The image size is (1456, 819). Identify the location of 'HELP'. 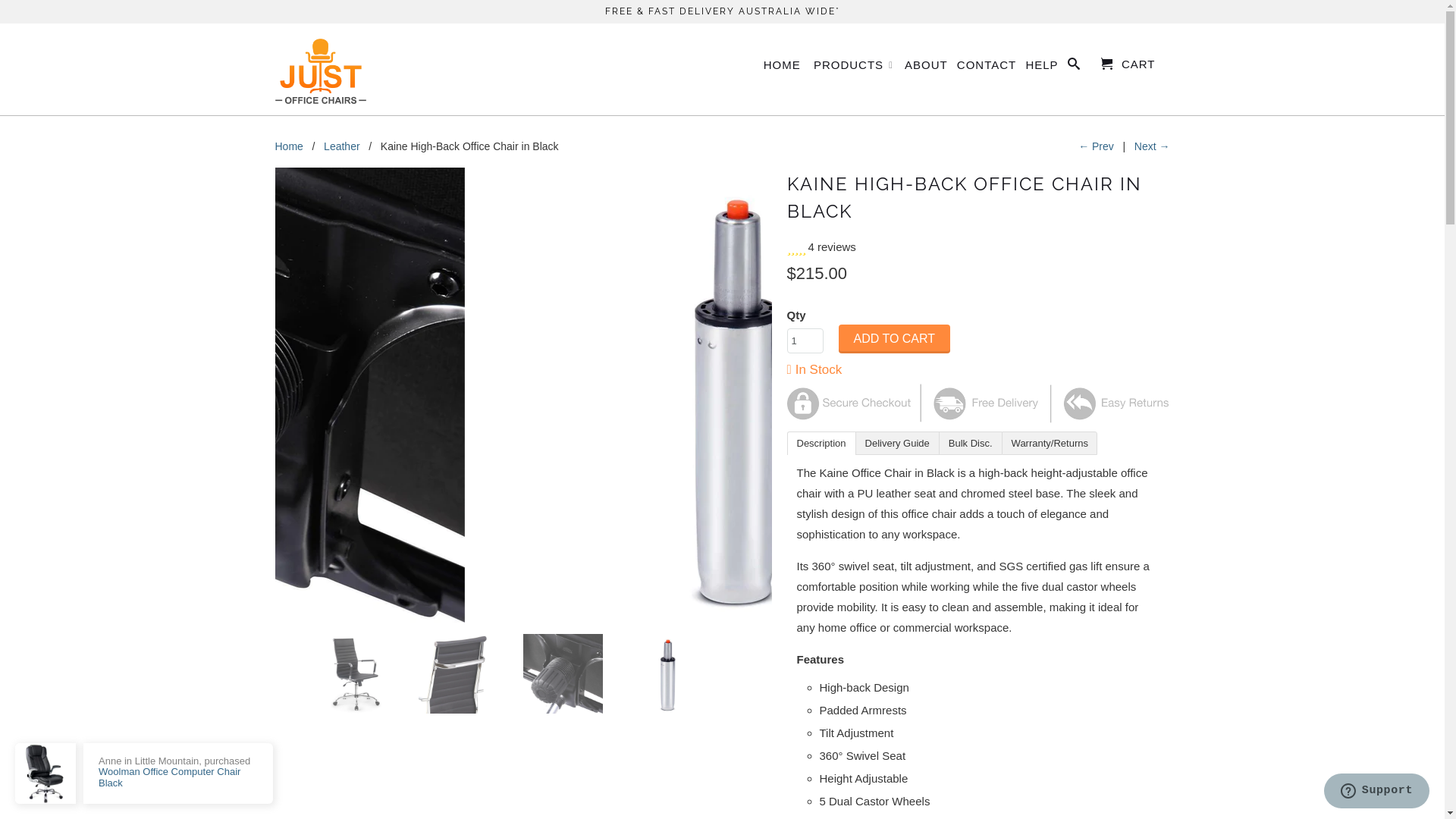
(1040, 67).